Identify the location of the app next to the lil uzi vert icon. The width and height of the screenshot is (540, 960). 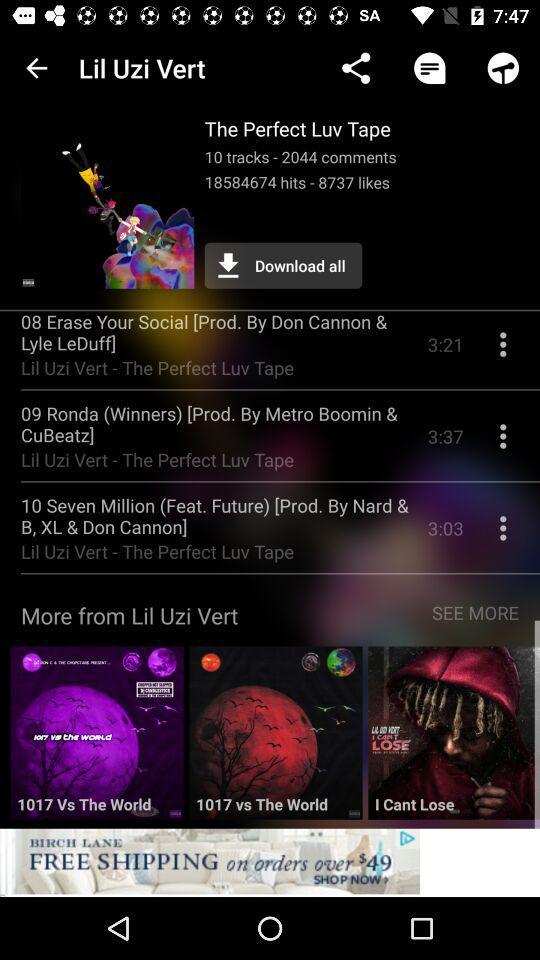
(355, 68).